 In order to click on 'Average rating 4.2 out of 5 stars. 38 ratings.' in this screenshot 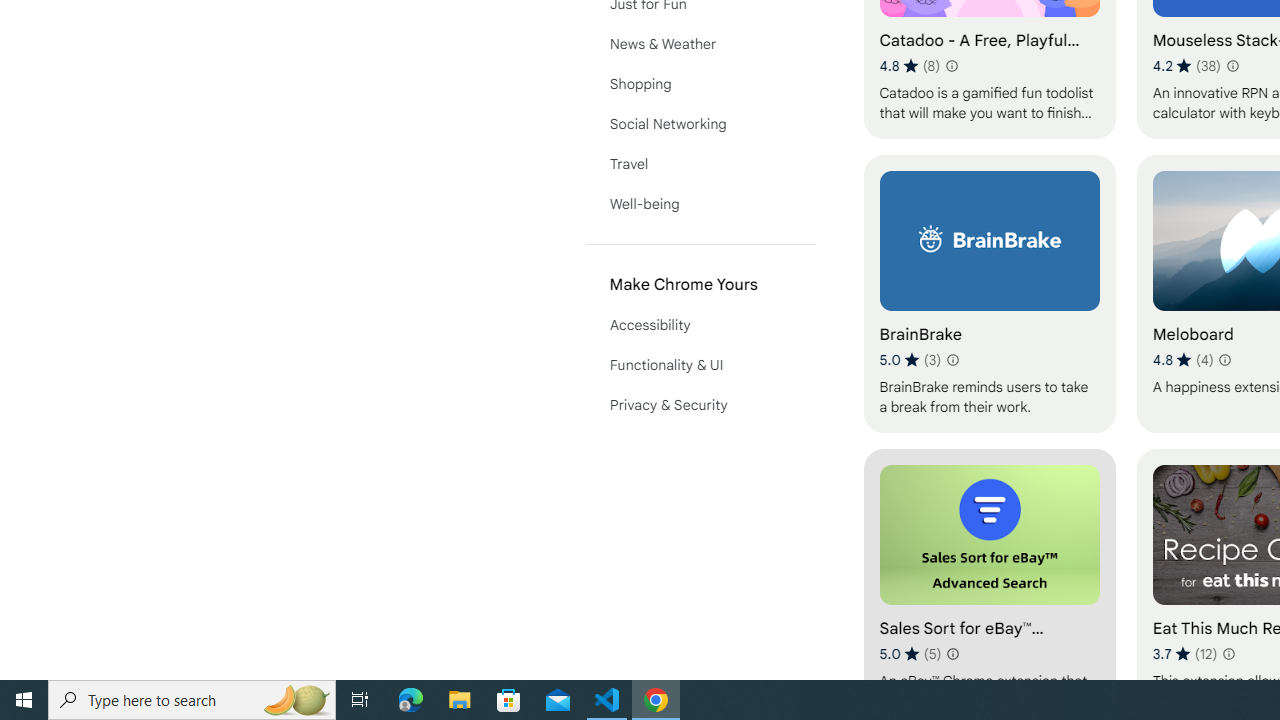, I will do `click(1187, 65)`.